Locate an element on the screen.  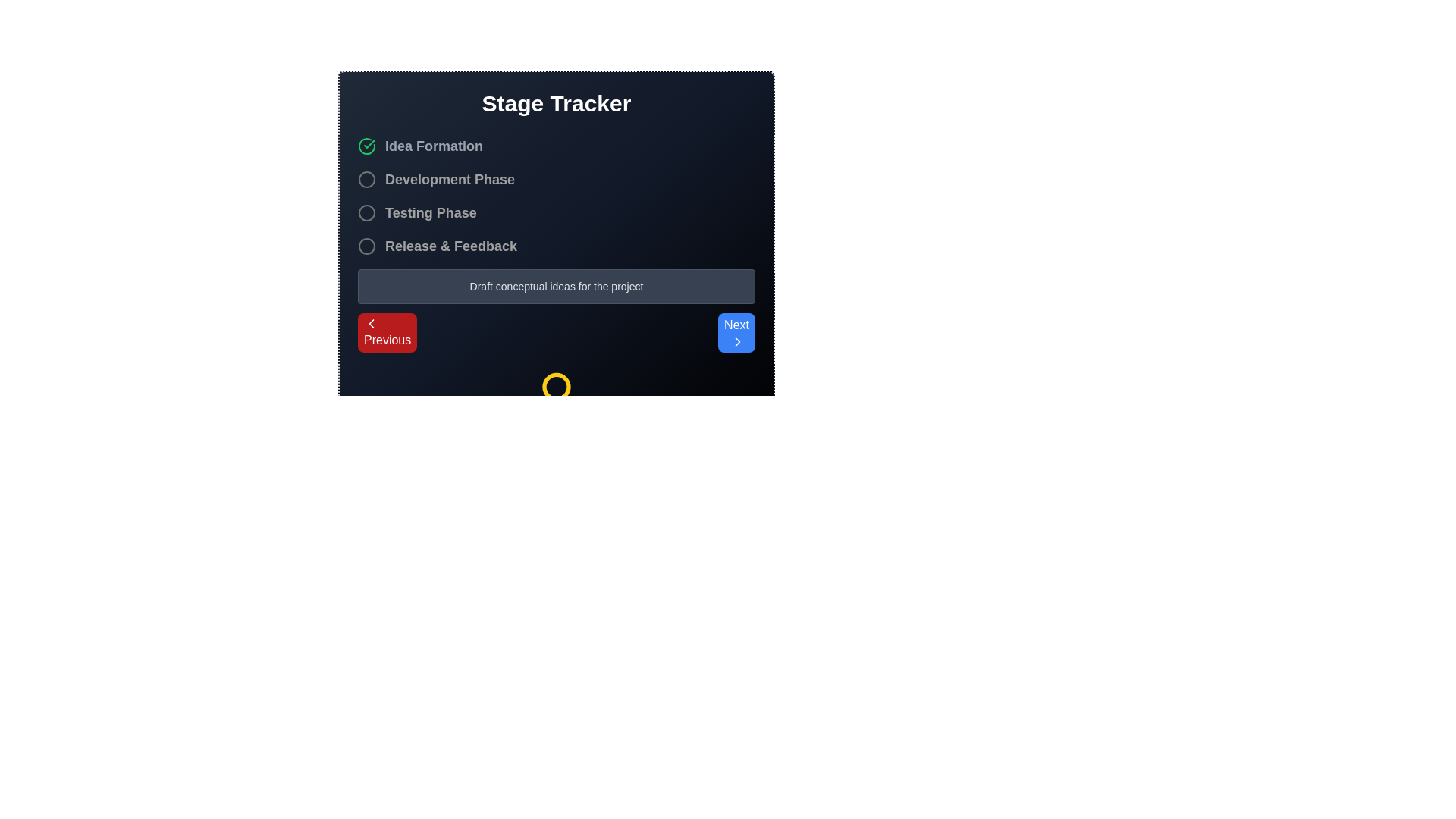
the third radio button in the 'Stage Tracker' interface is located at coordinates (367, 213).